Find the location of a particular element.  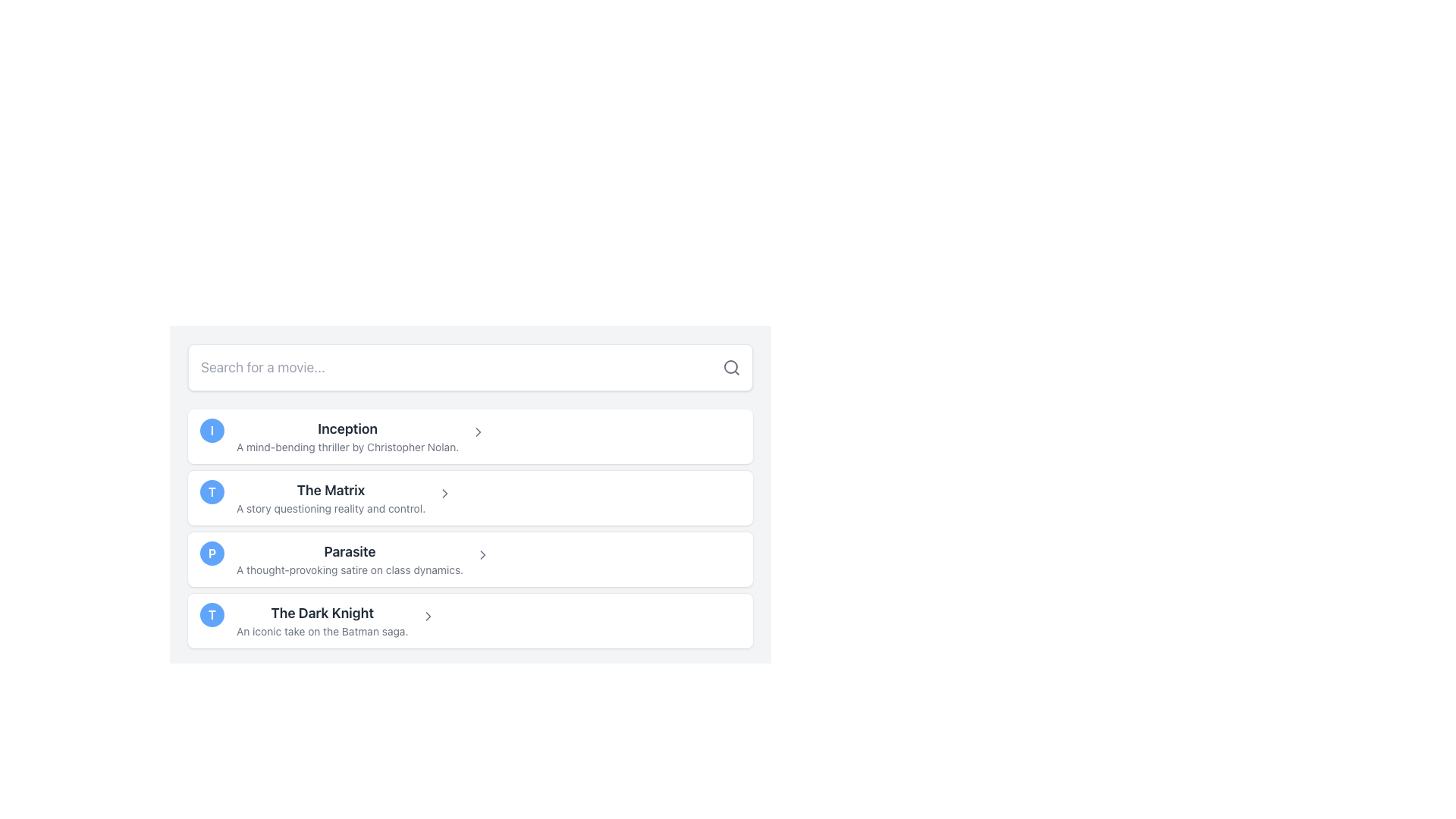

the arrow icon at the rightmost end of the movie 'Parasite' list entry is located at coordinates (482, 555).